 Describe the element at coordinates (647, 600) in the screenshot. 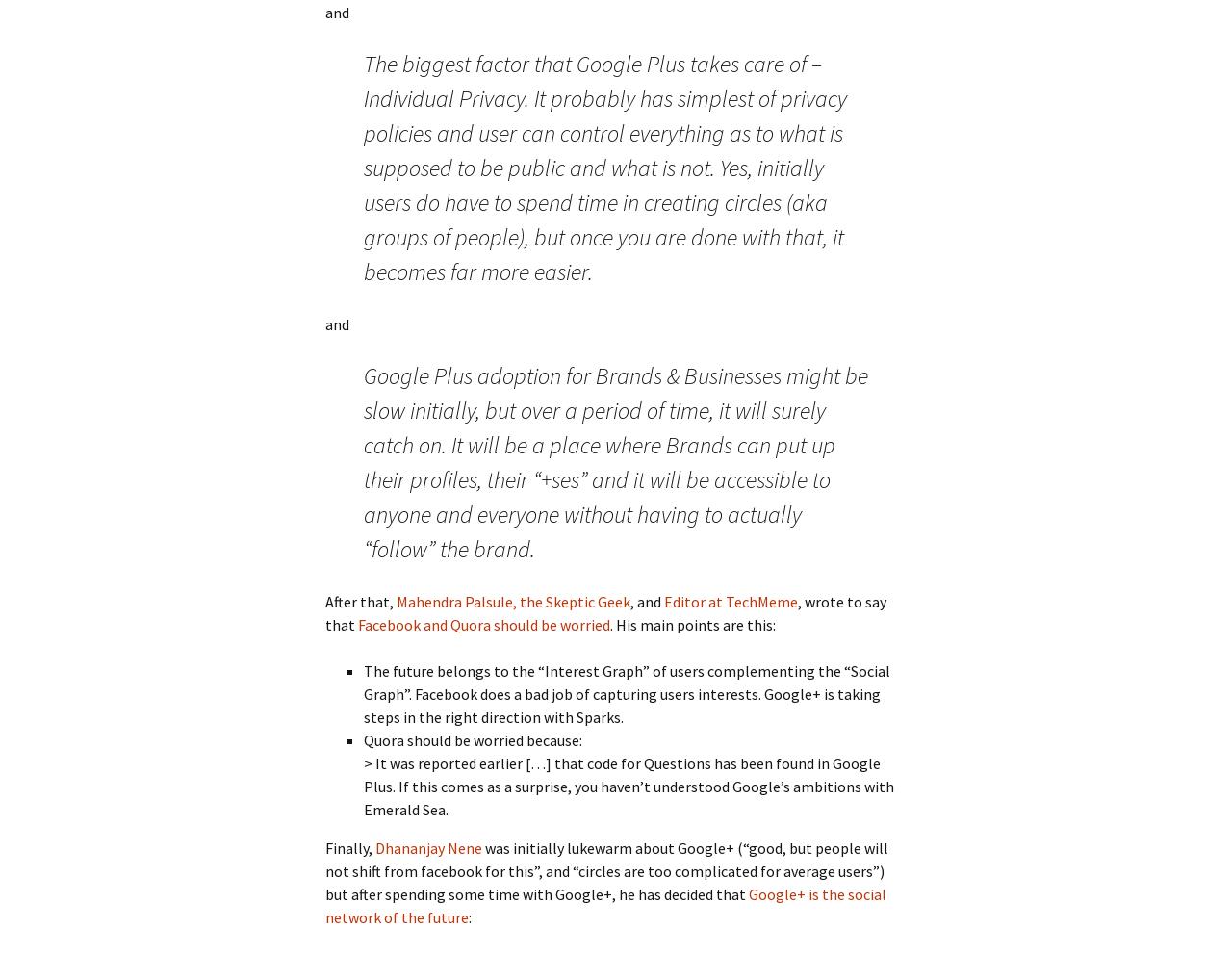

I see `', and'` at that location.